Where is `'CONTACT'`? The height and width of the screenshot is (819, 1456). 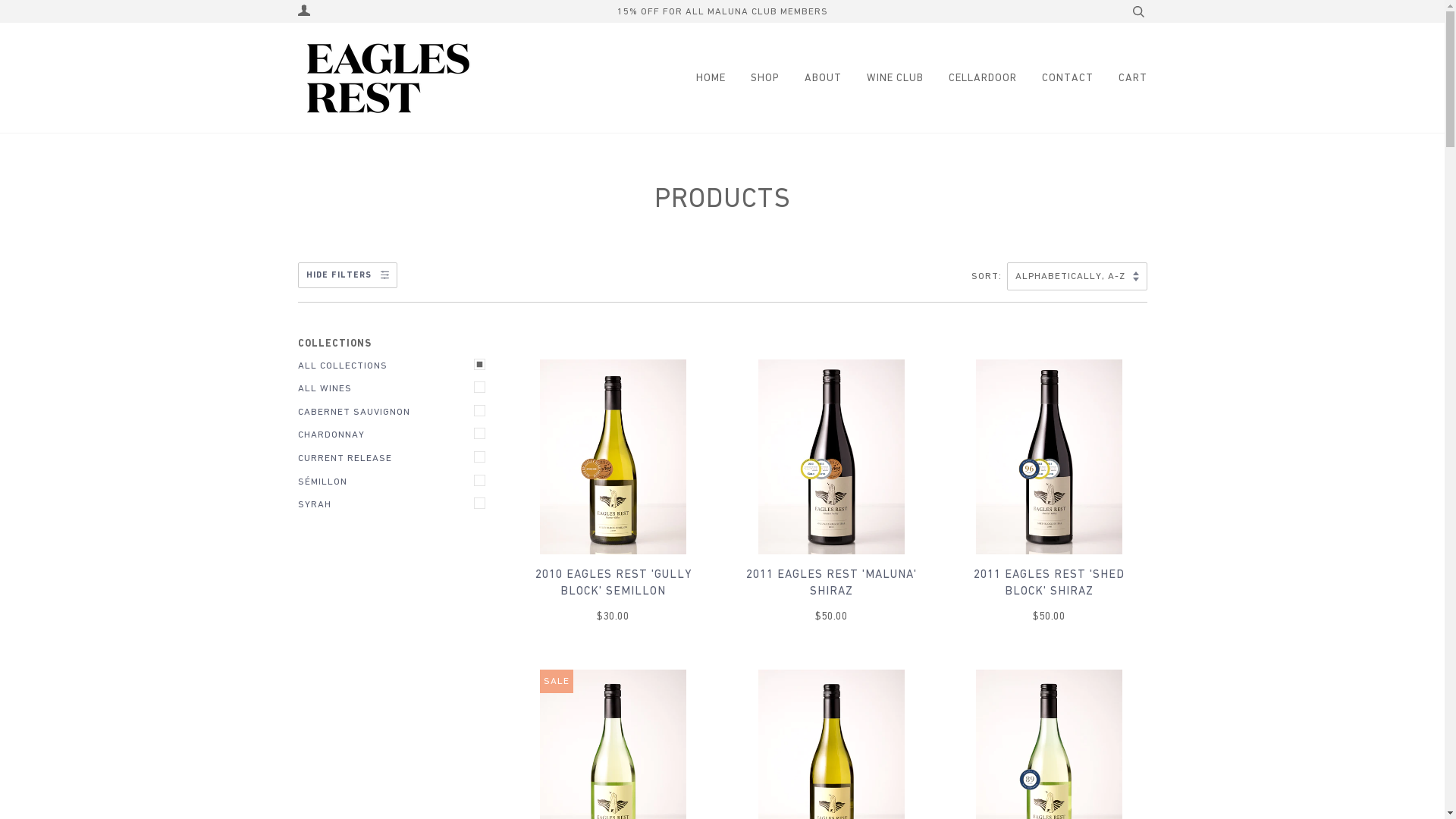 'CONTACT' is located at coordinates (1055, 77).